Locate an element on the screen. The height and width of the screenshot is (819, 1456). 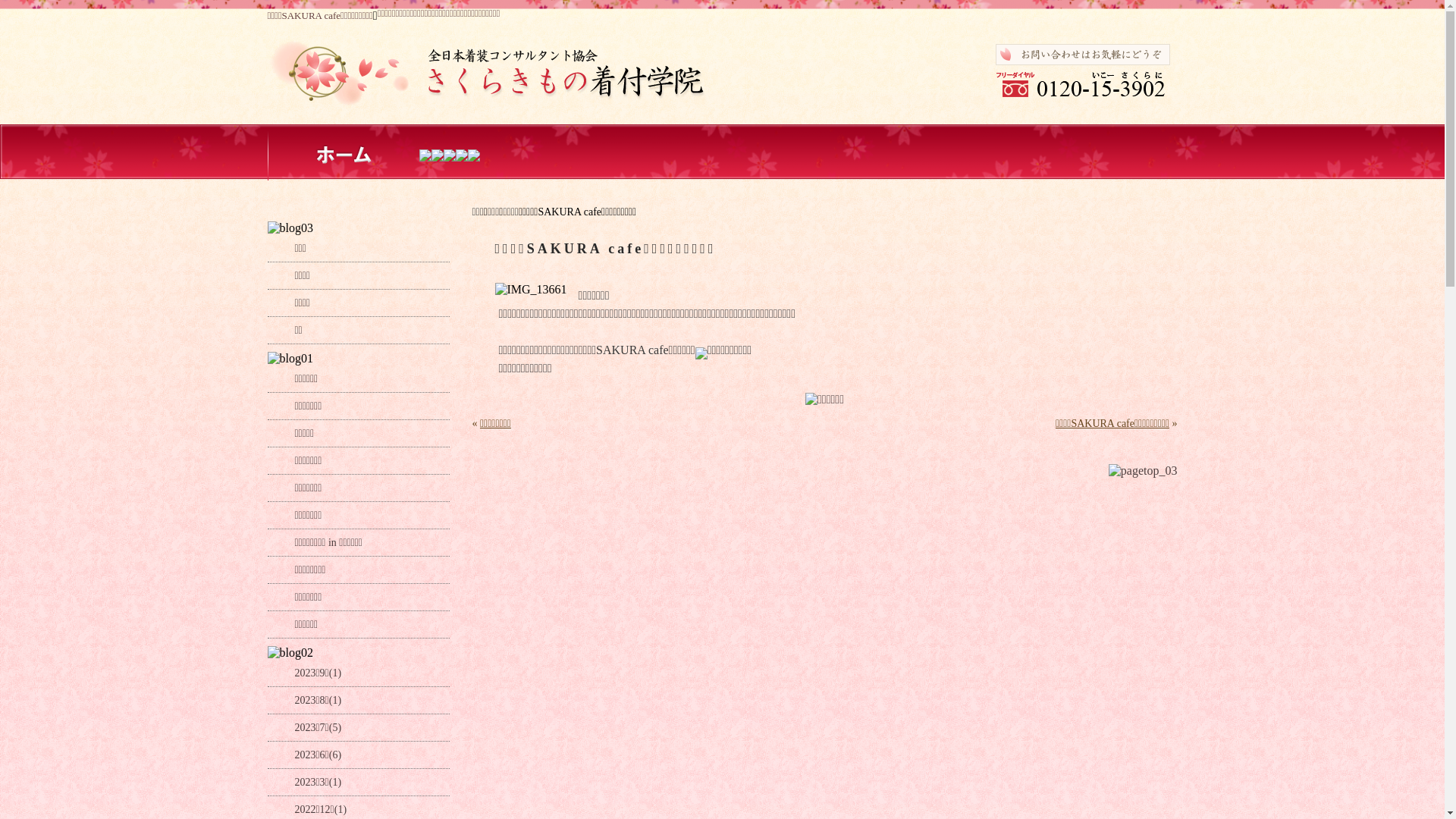
'blog01' is located at coordinates (290, 359).